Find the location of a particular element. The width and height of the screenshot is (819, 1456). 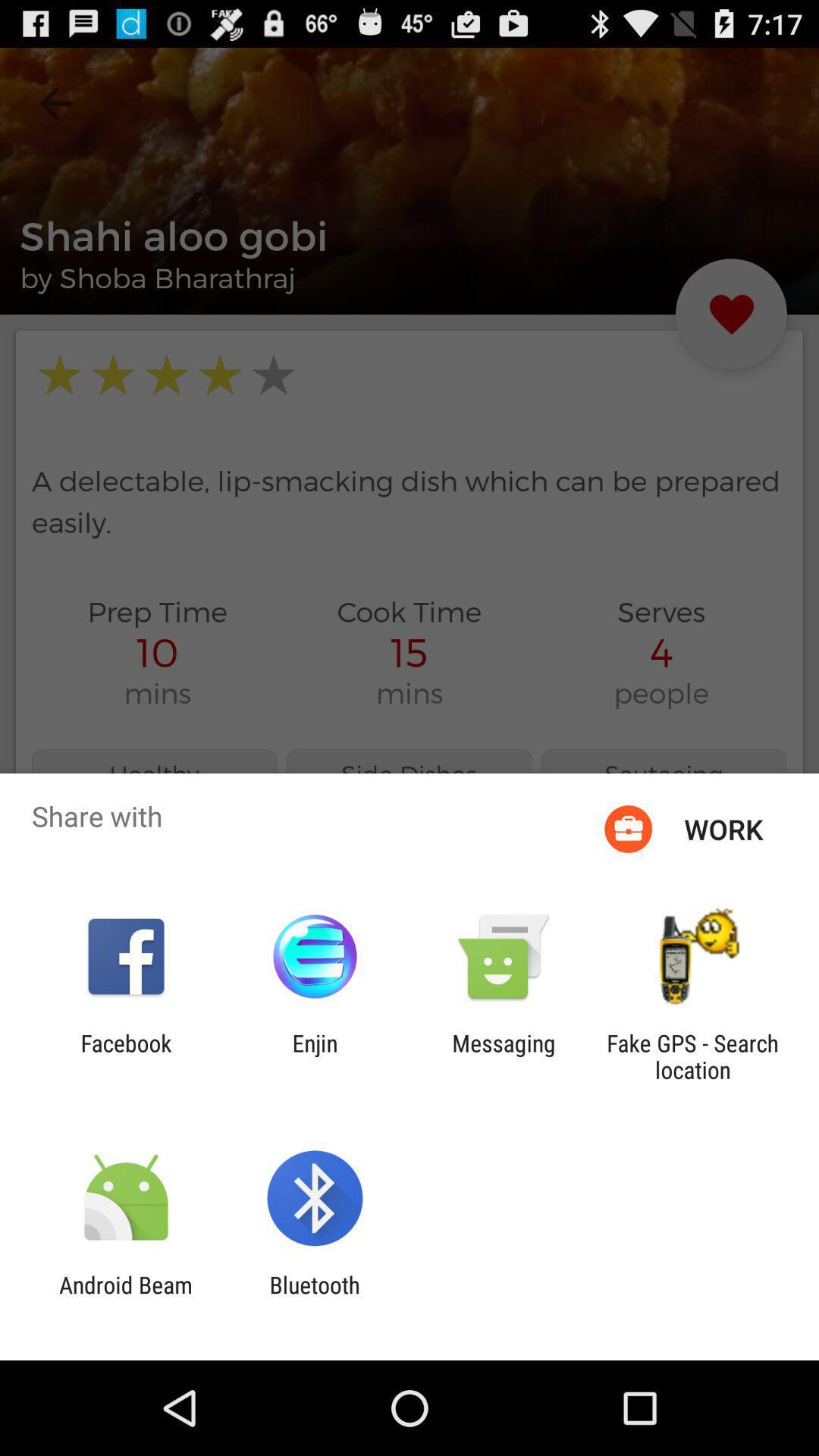

app next to the enjin app is located at coordinates (125, 1056).